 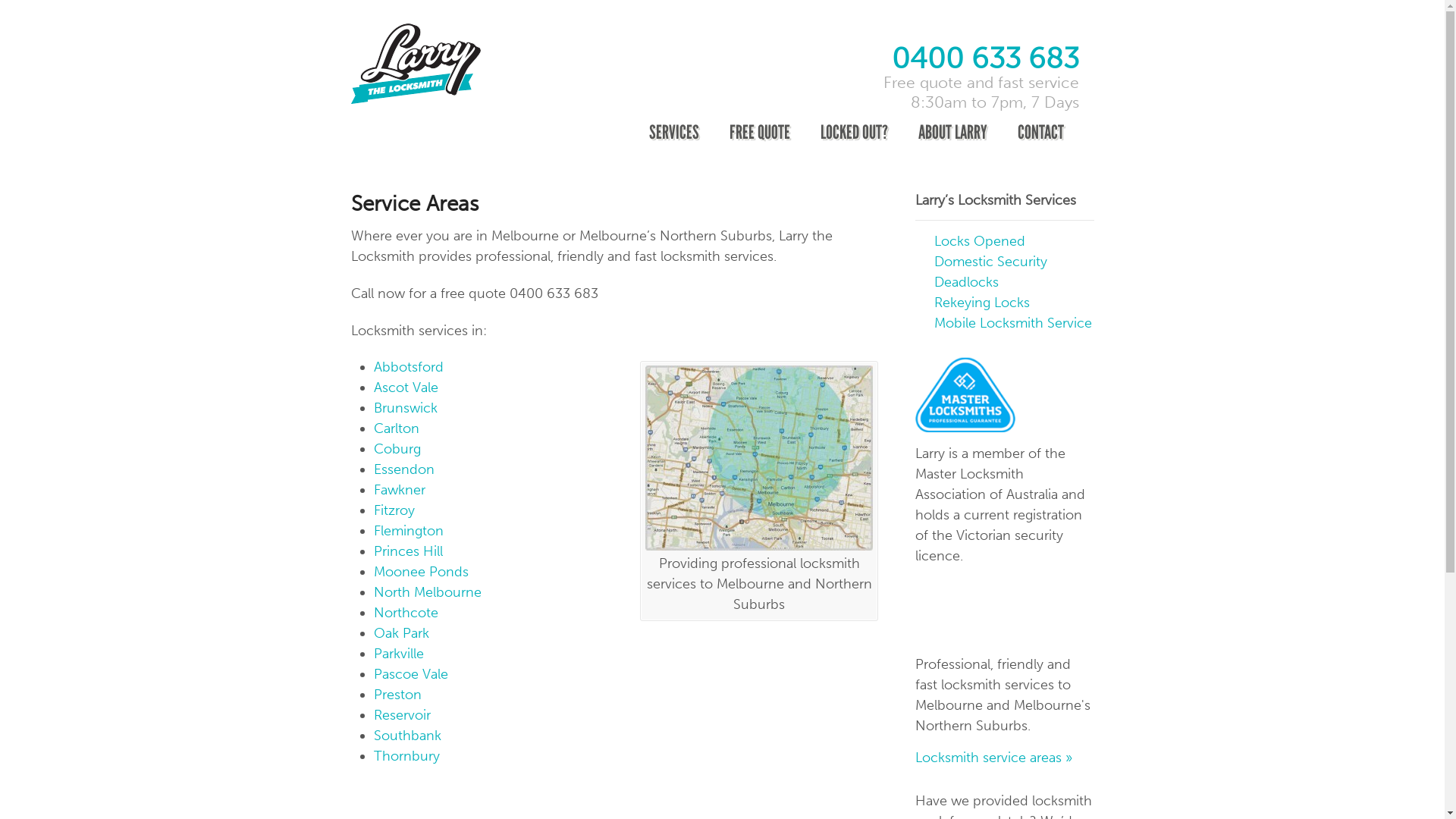 What do you see at coordinates (397, 447) in the screenshot?
I see `'Coburg'` at bounding box center [397, 447].